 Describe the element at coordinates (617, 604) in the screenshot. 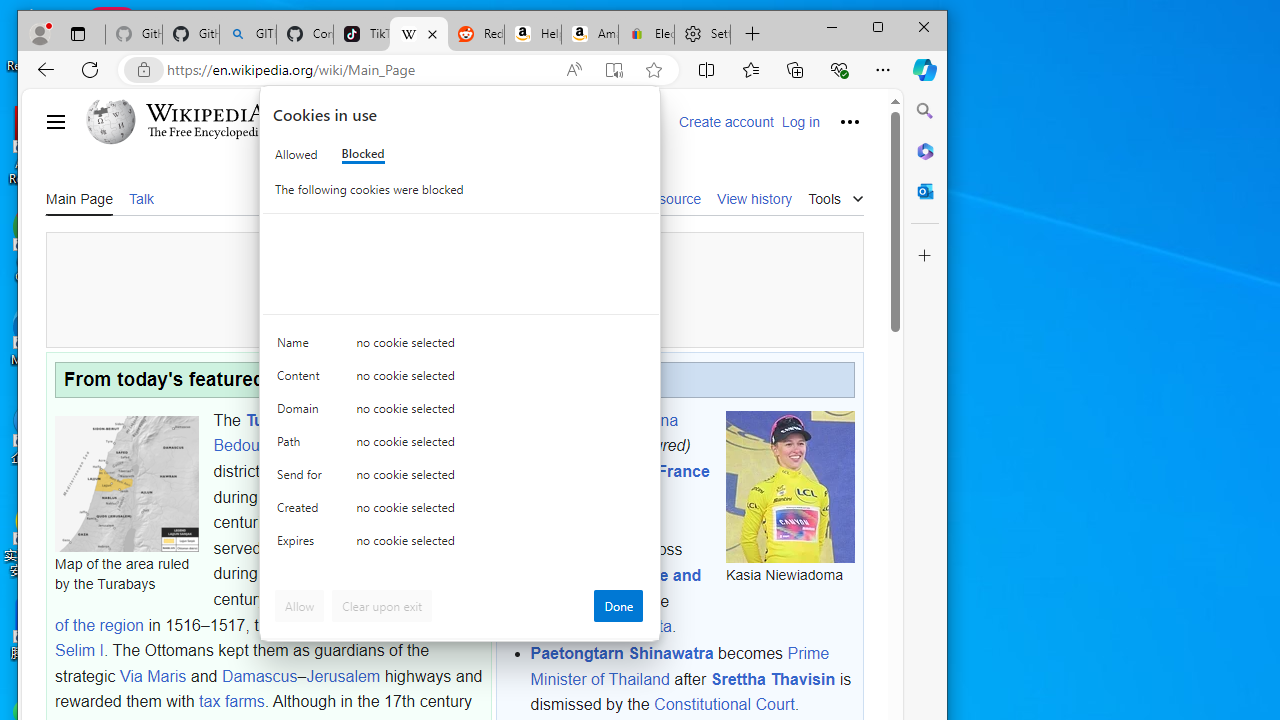

I see `'Done'` at that location.